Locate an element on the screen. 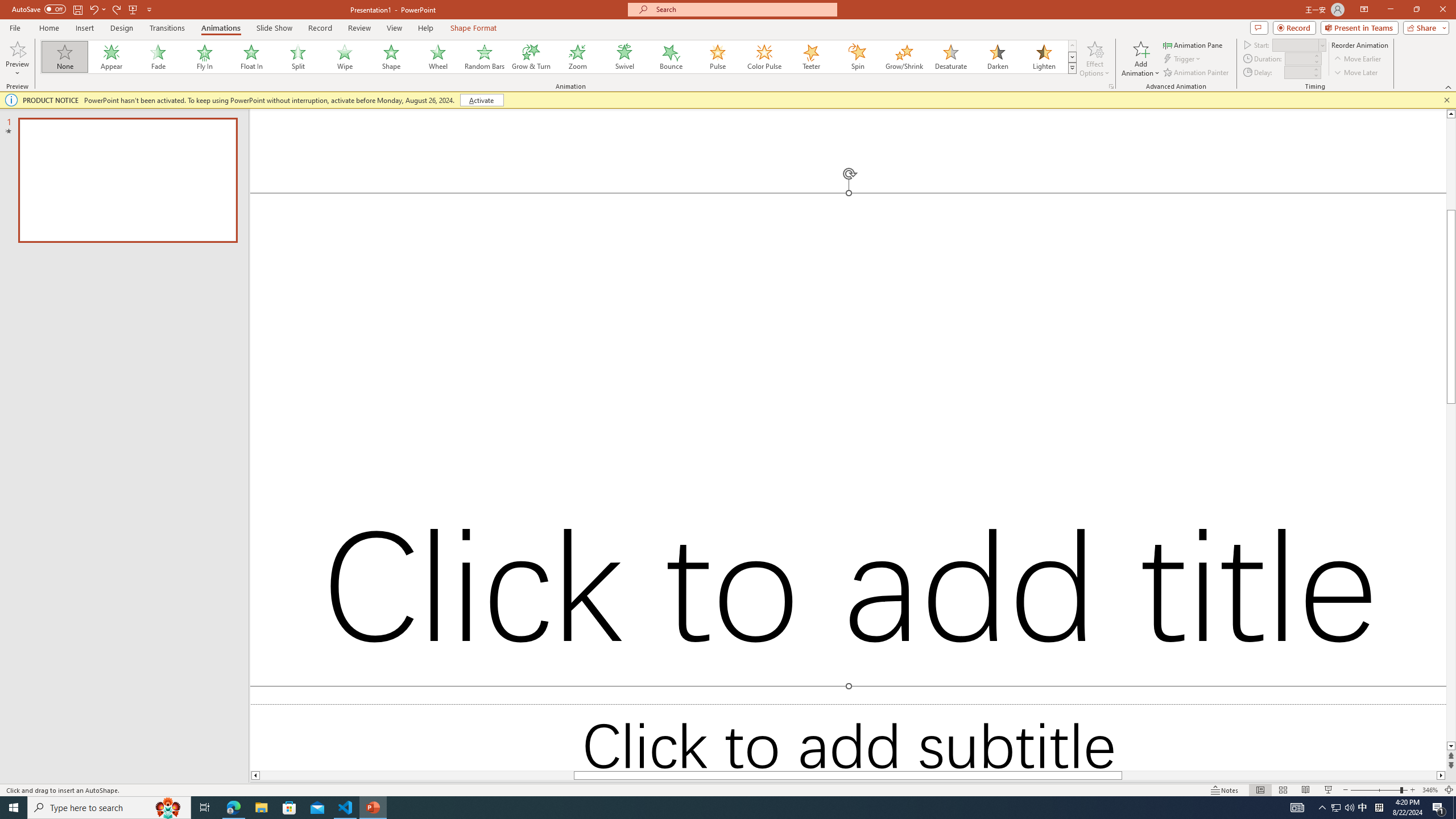 The image size is (1456, 819). 'Grow/Shrink' is located at coordinates (904, 56).